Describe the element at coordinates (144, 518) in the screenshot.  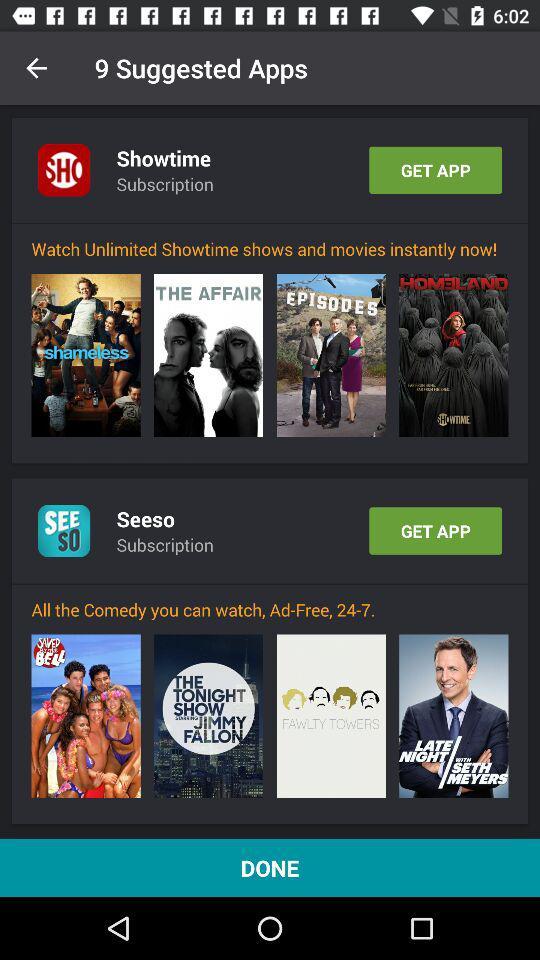
I see `item above the subscription icon` at that location.